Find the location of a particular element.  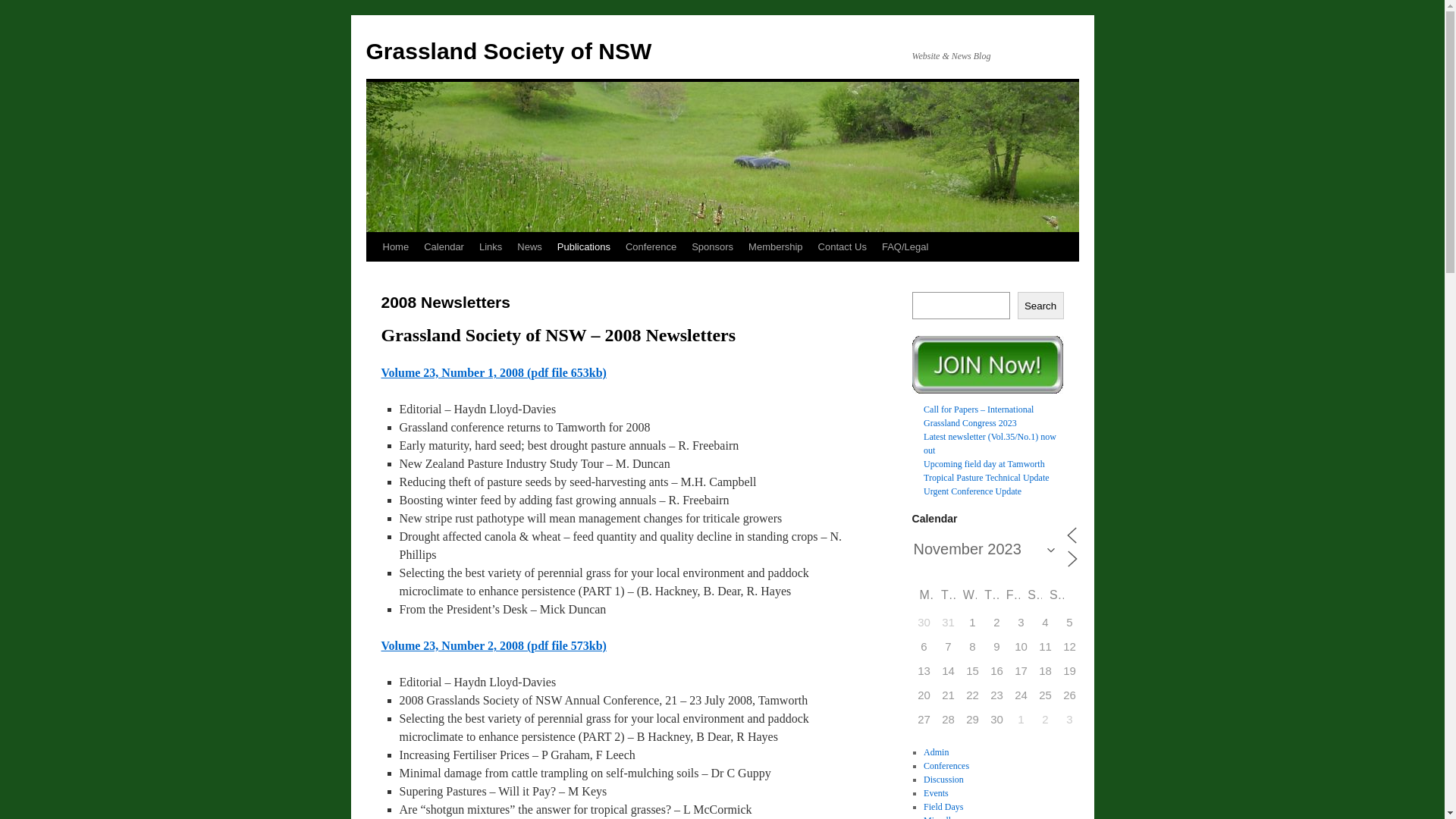

'Tropical Pasture Technical Update' is located at coordinates (986, 476).